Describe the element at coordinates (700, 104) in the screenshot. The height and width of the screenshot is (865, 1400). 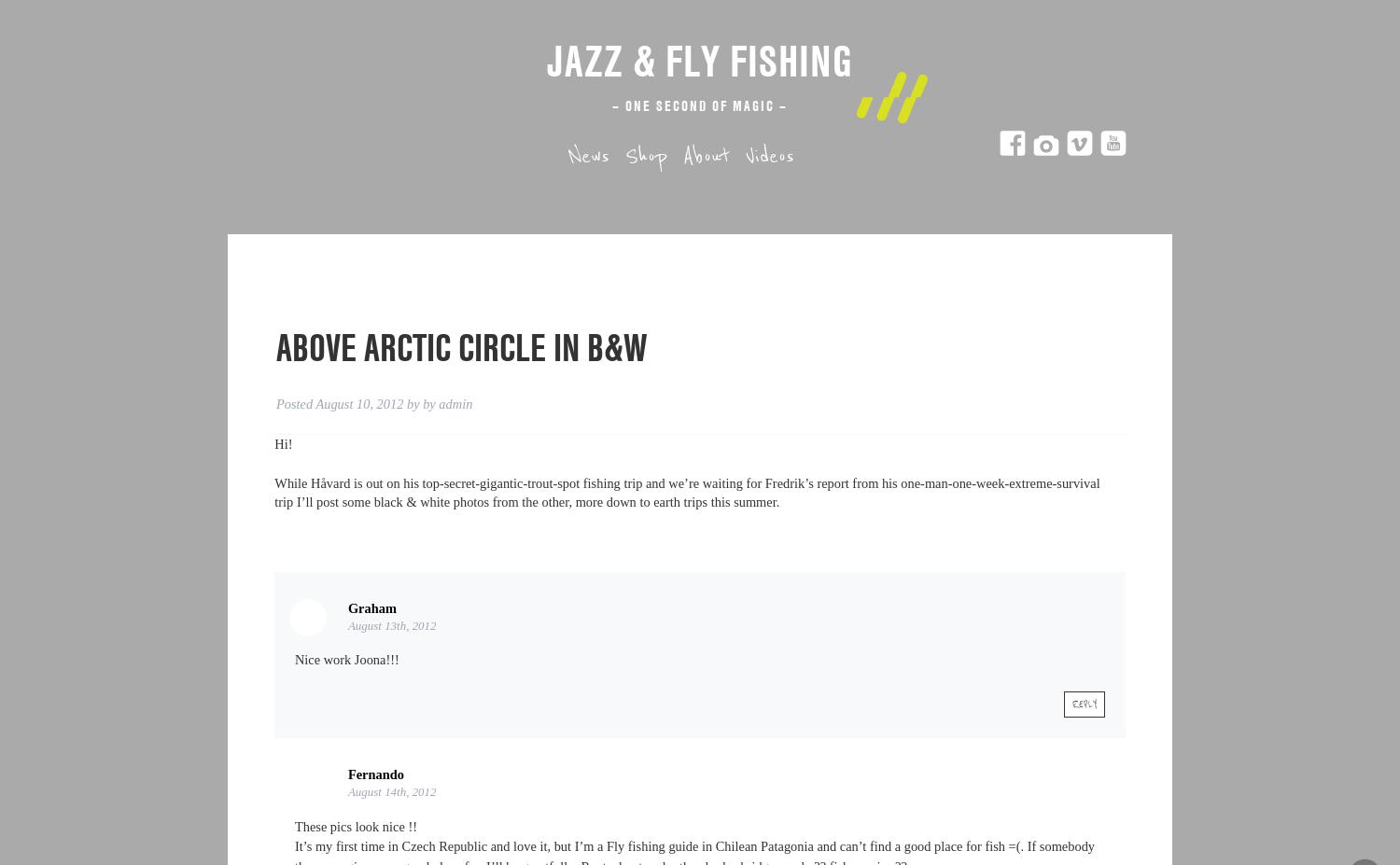
I see `'– One second of magic –'` at that location.